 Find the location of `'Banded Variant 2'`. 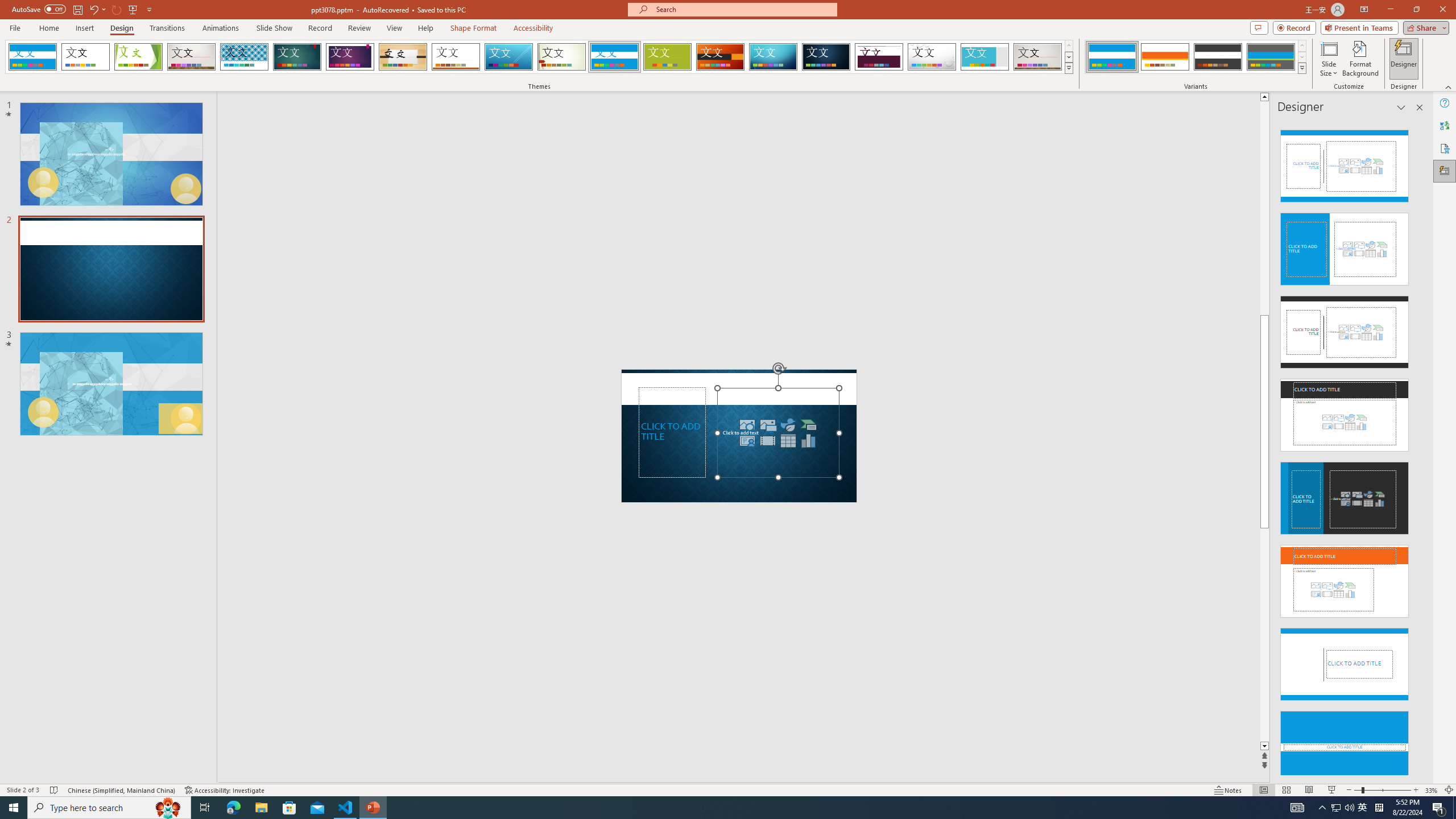

'Banded Variant 2' is located at coordinates (1164, 56).